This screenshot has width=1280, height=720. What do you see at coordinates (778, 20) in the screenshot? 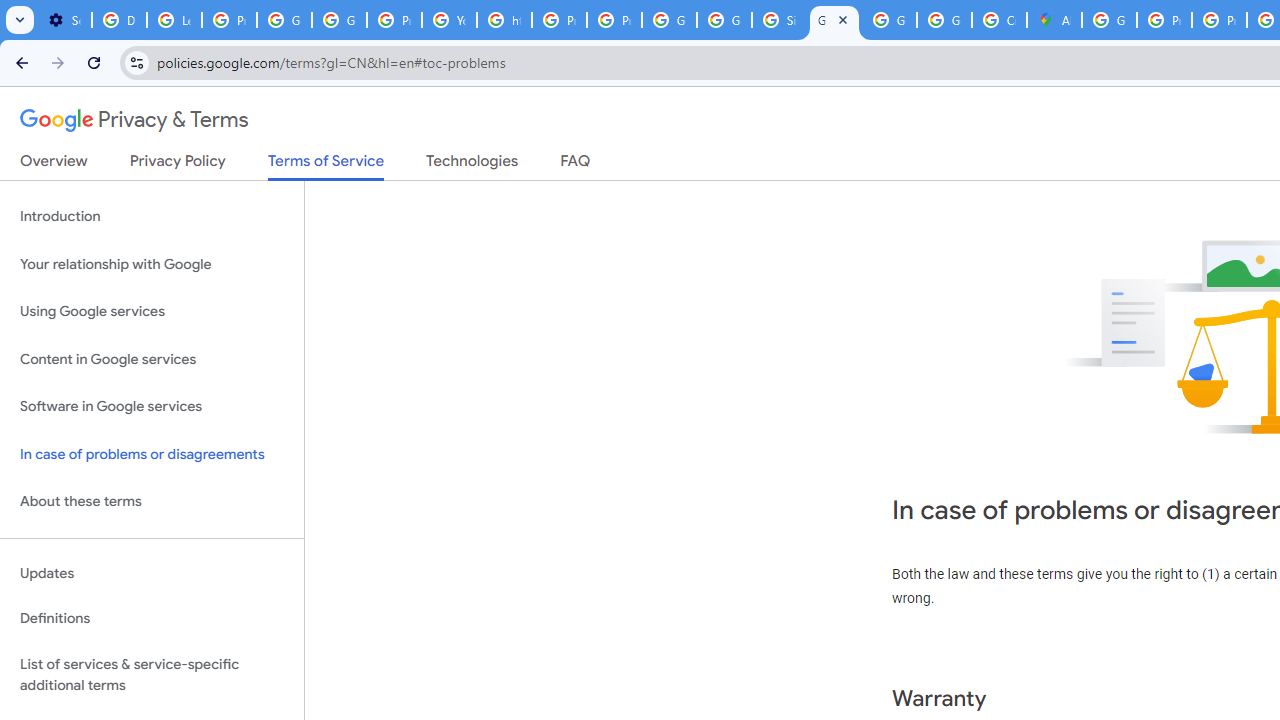
I see `'Sign in - Google Accounts'` at bounding box center [778, 20].